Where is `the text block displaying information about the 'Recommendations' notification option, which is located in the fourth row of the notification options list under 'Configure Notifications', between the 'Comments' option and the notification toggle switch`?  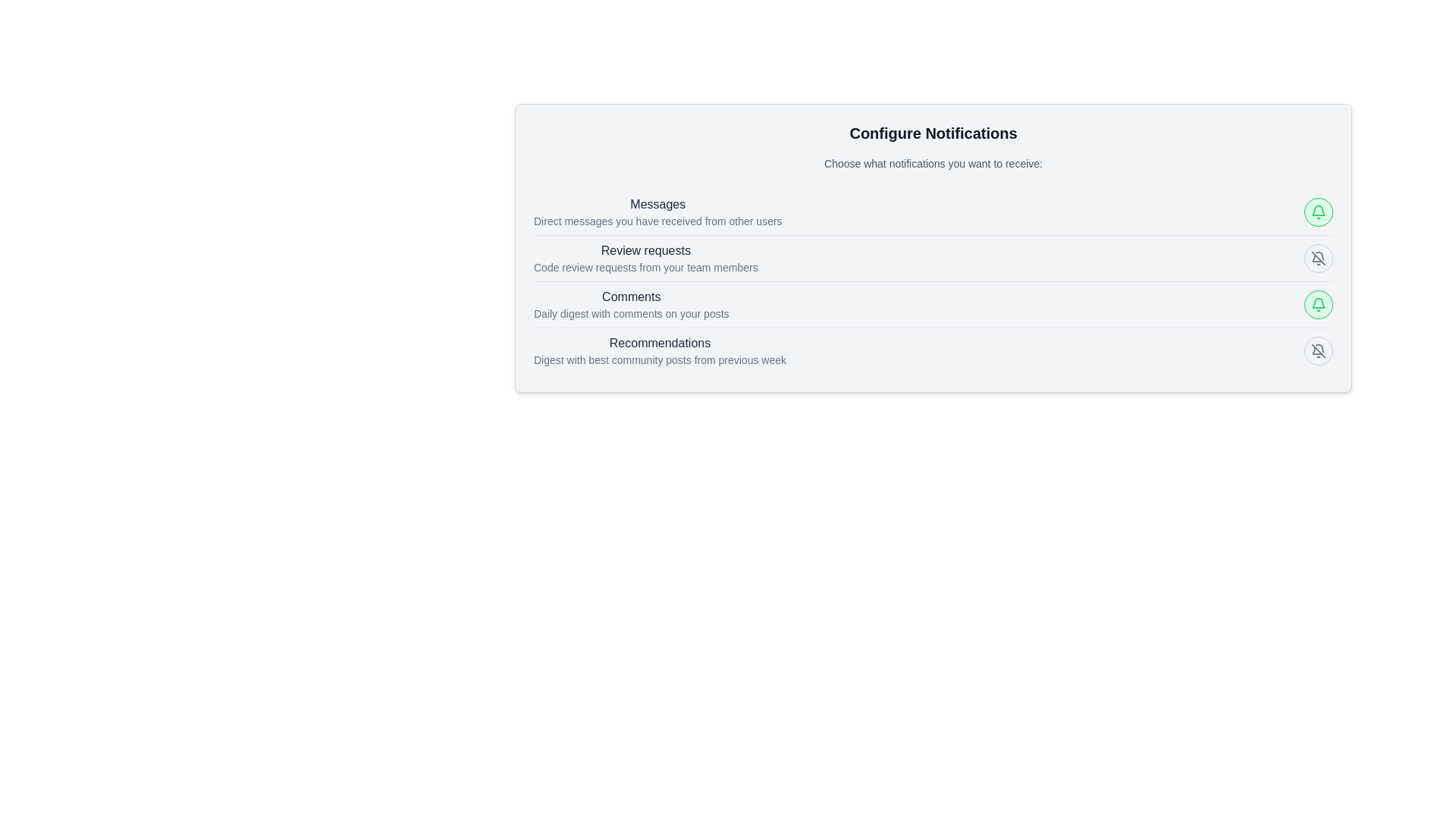
the text block displaying information about the 'Recommendations' notification option, which is located in the fourth row of the notification options list under 'Configure Notifications', between the 'Comments' option and the notification toggle switch is located at coordinates (660, 350).